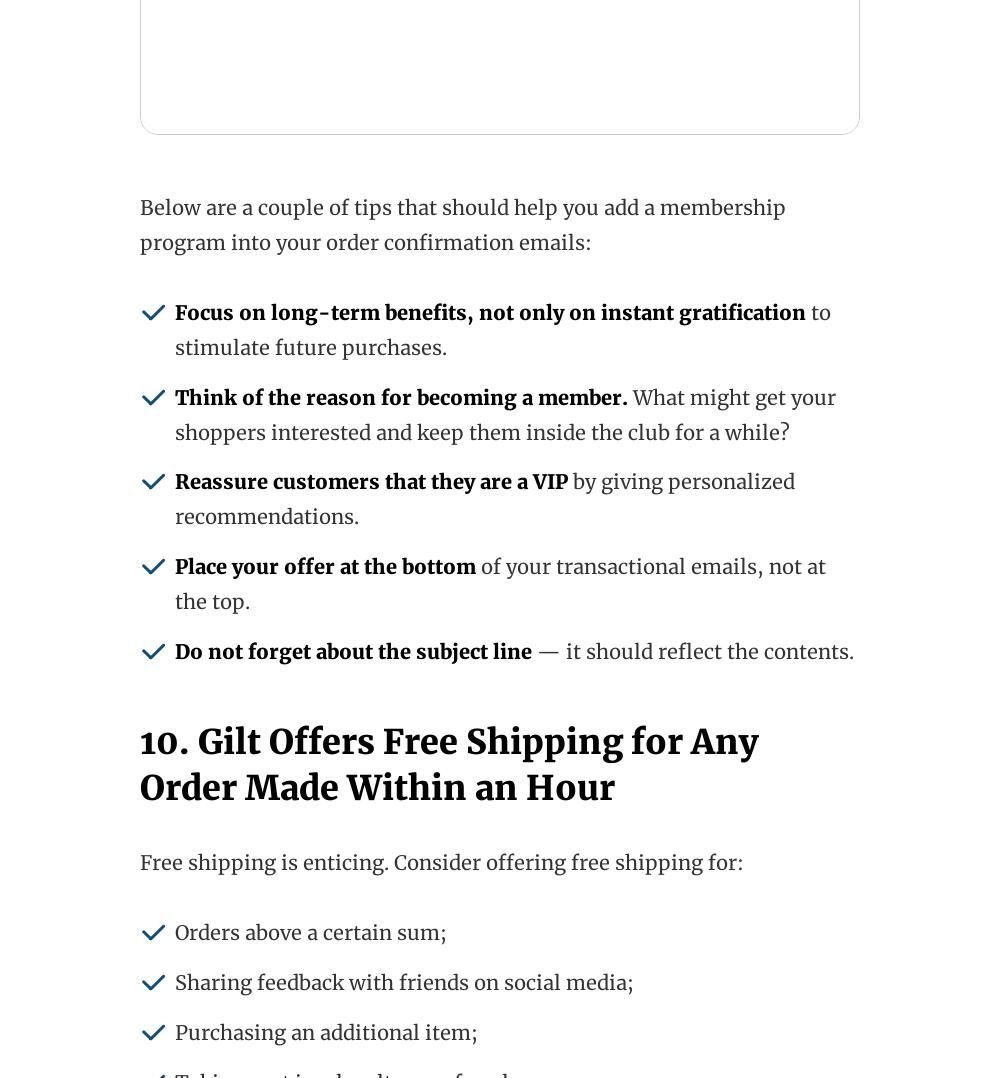 Image resolution: width=1000 pixels, height=1078 pixels. Describe the element at coordinates (175, 498) in the screenshot. I see `'by giving personalized recommendations.'` at that location.